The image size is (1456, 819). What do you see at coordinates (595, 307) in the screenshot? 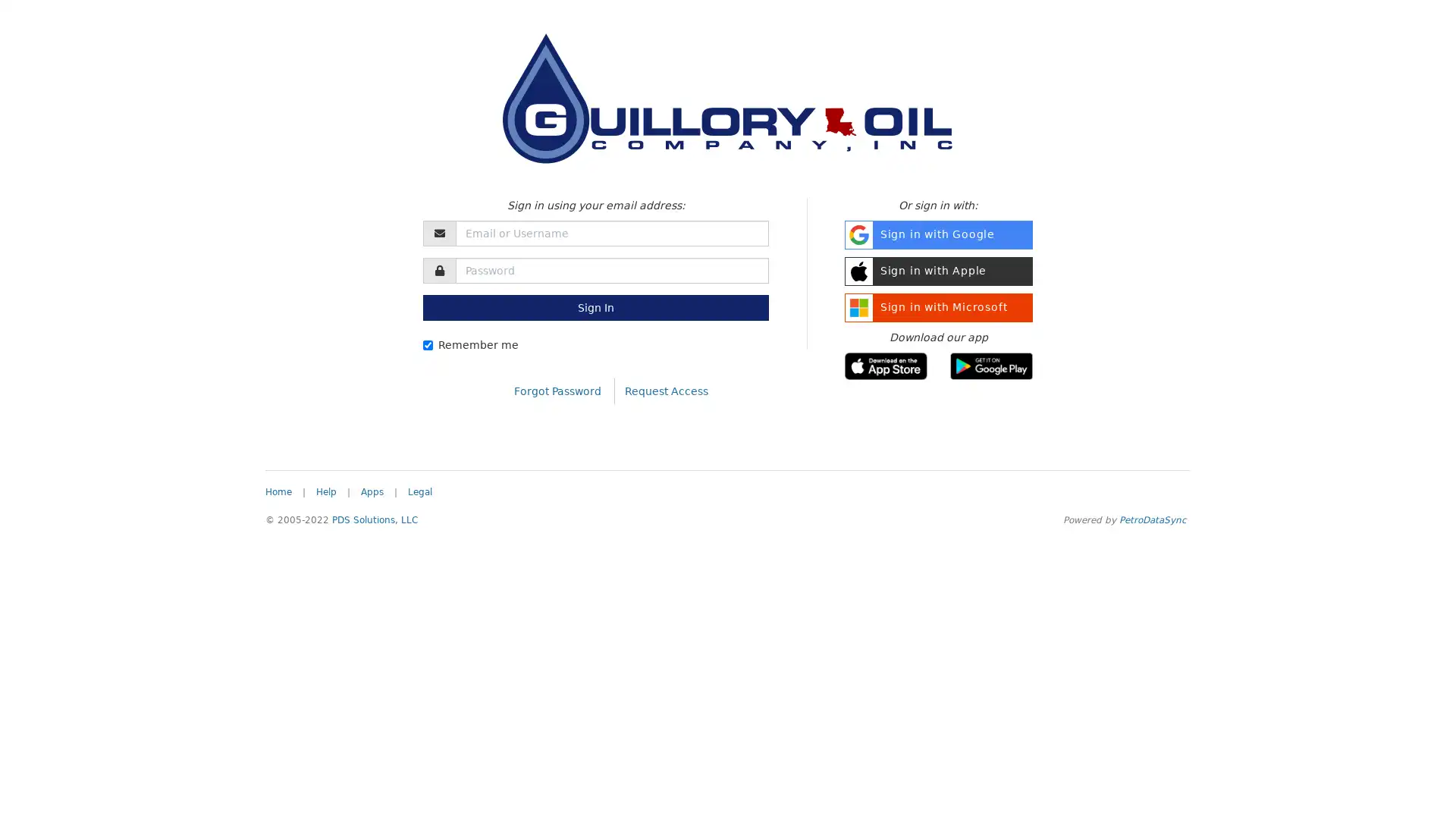
I see `Sign In` at bounding box center [595, 307].